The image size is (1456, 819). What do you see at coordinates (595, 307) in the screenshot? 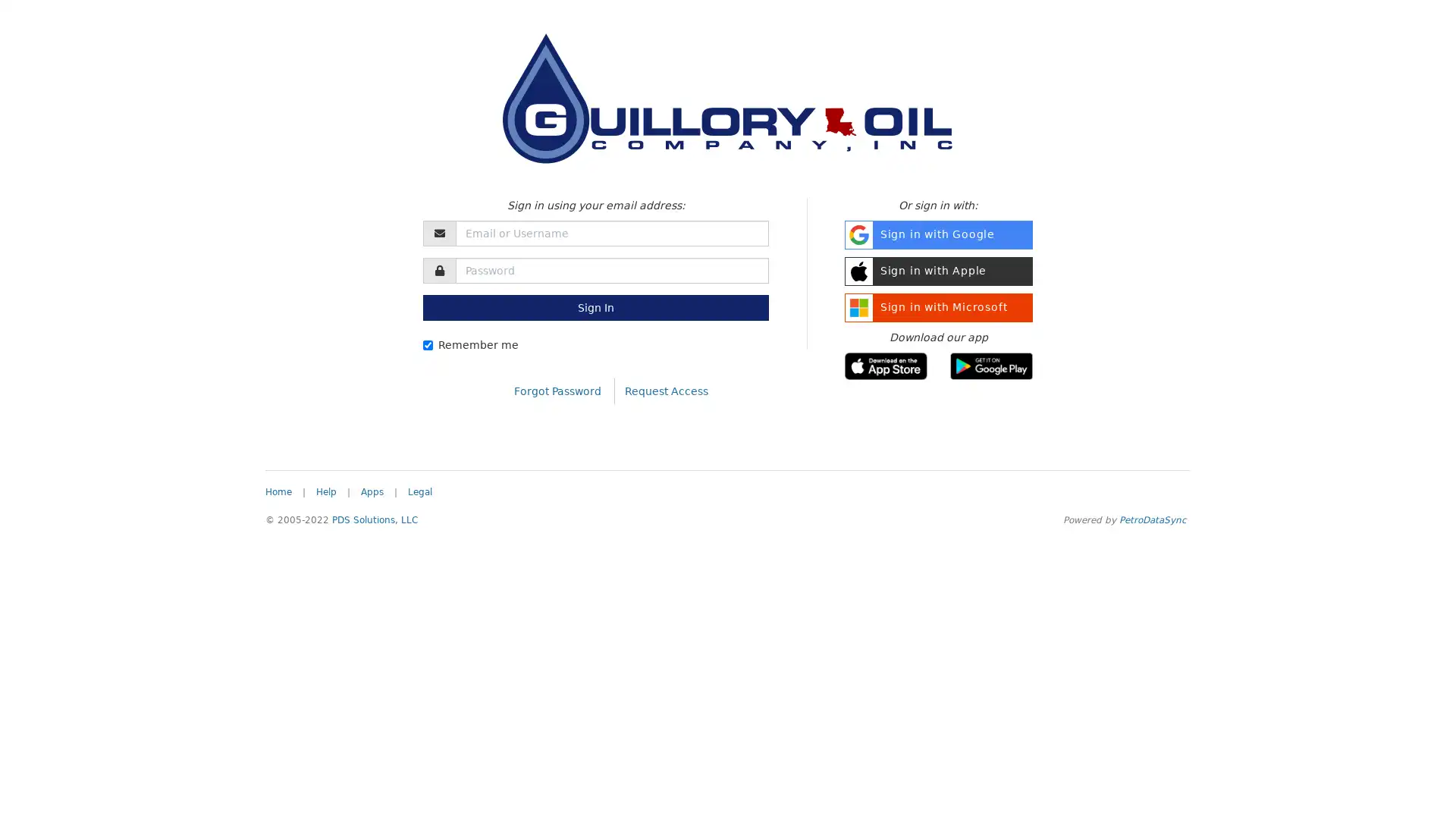
I see `Sign In` at bounding box center [595, 307].